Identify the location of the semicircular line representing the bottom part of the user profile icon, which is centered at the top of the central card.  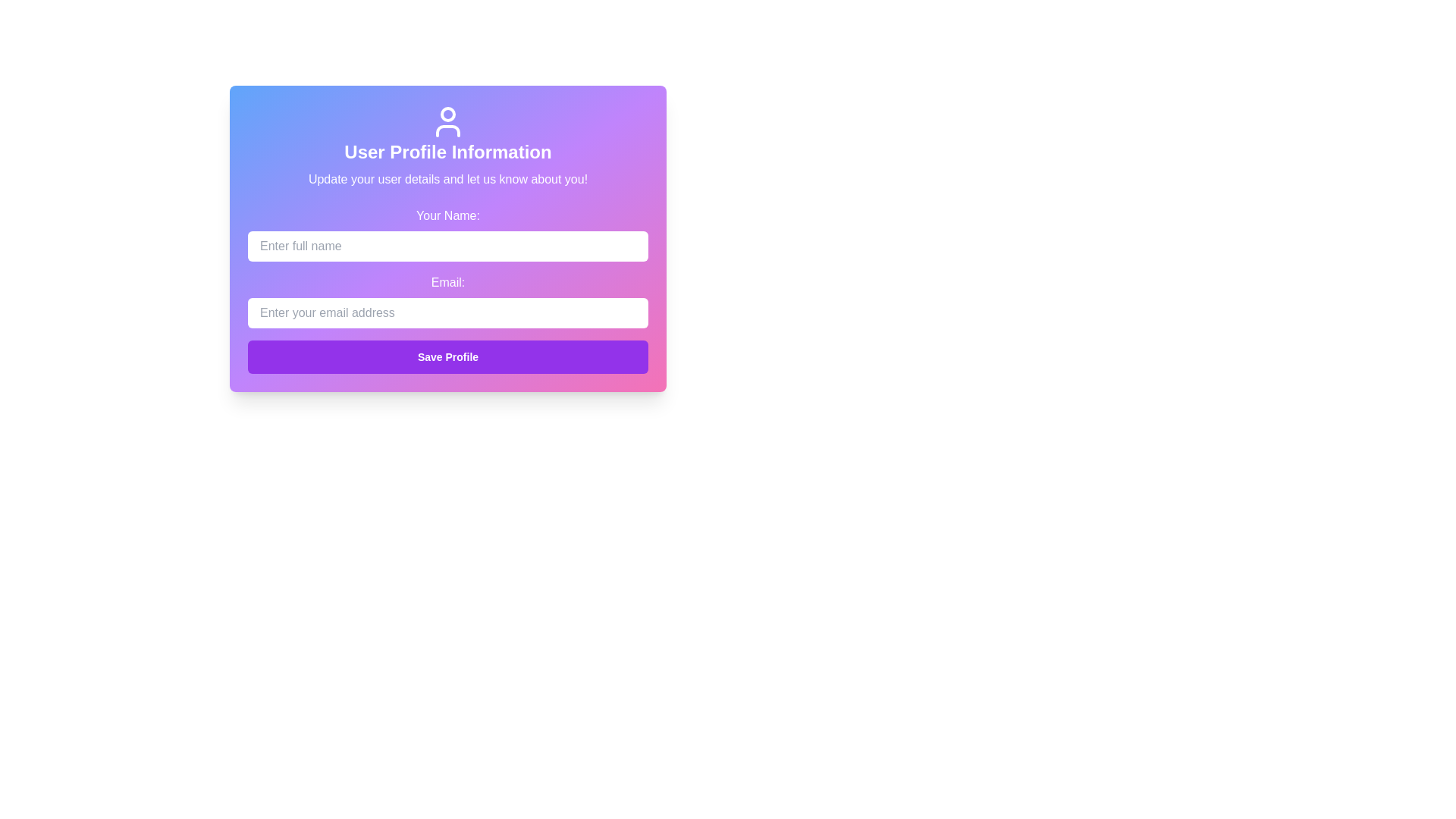
(447, 130).